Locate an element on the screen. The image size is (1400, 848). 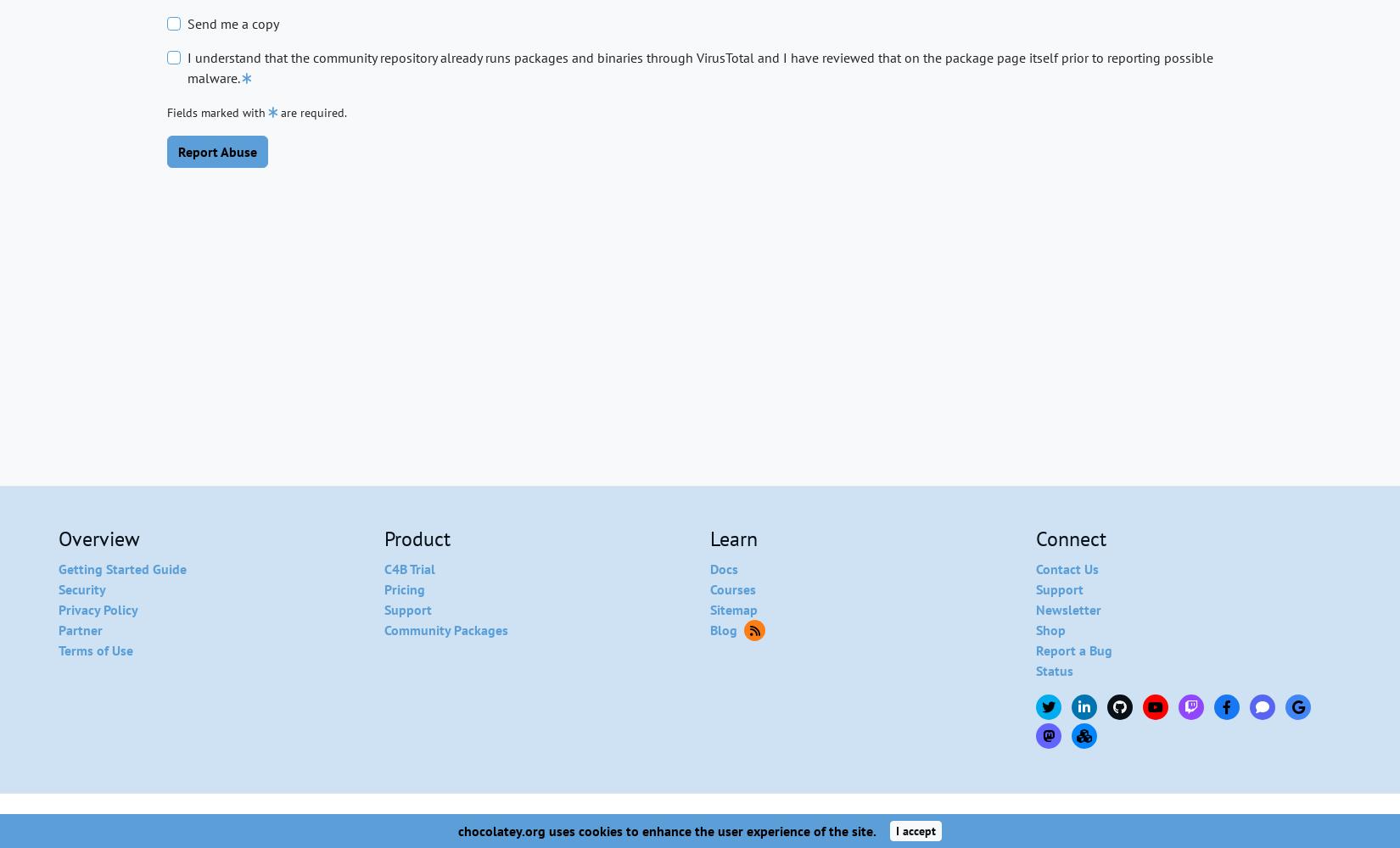
'Contact Us' is located at coordinates (1066, 569).